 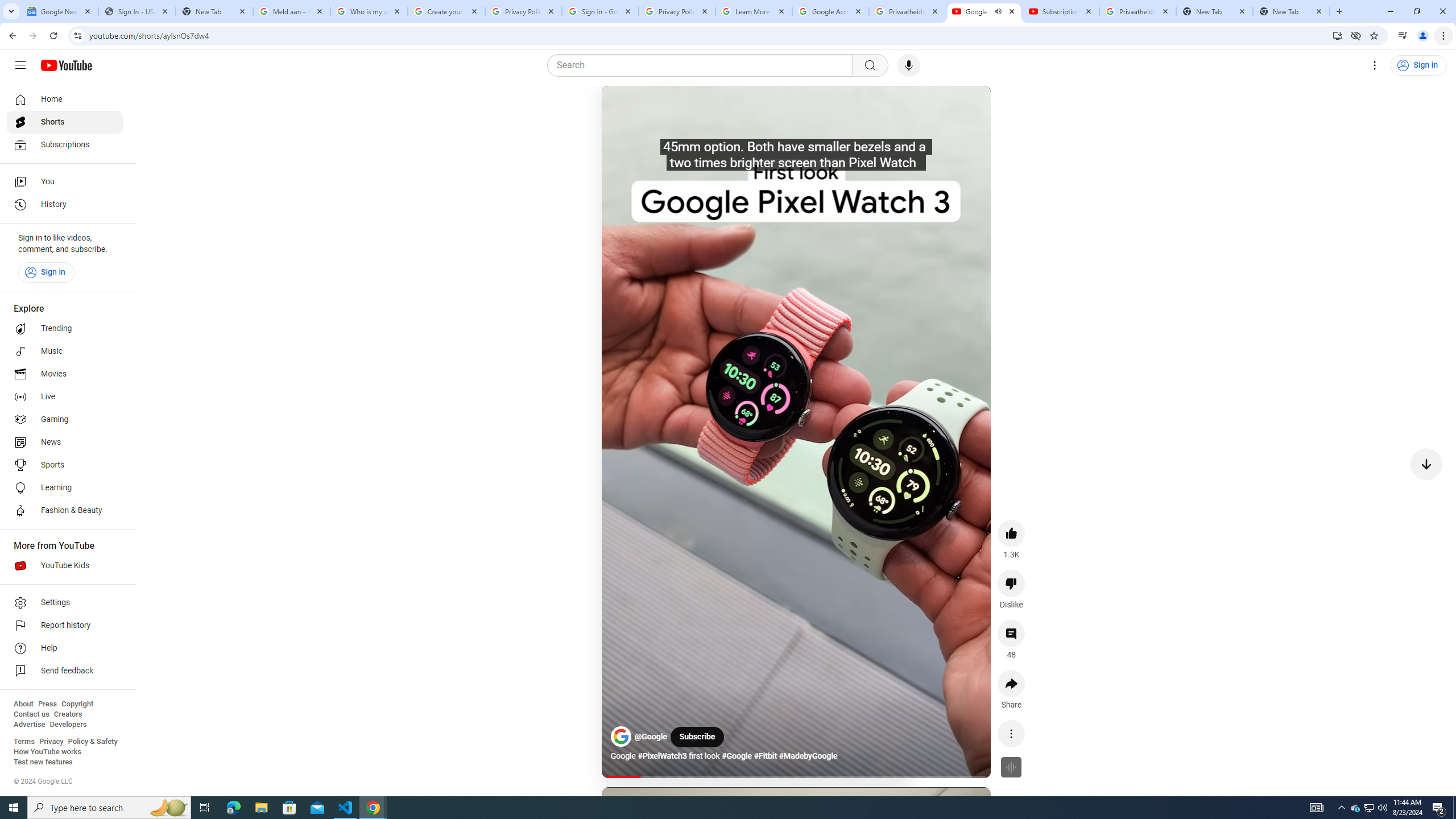 What do you see at coordinates (76, 704) in the screenshot?
I see `'Copyright'` at bounding box center [76, 704].